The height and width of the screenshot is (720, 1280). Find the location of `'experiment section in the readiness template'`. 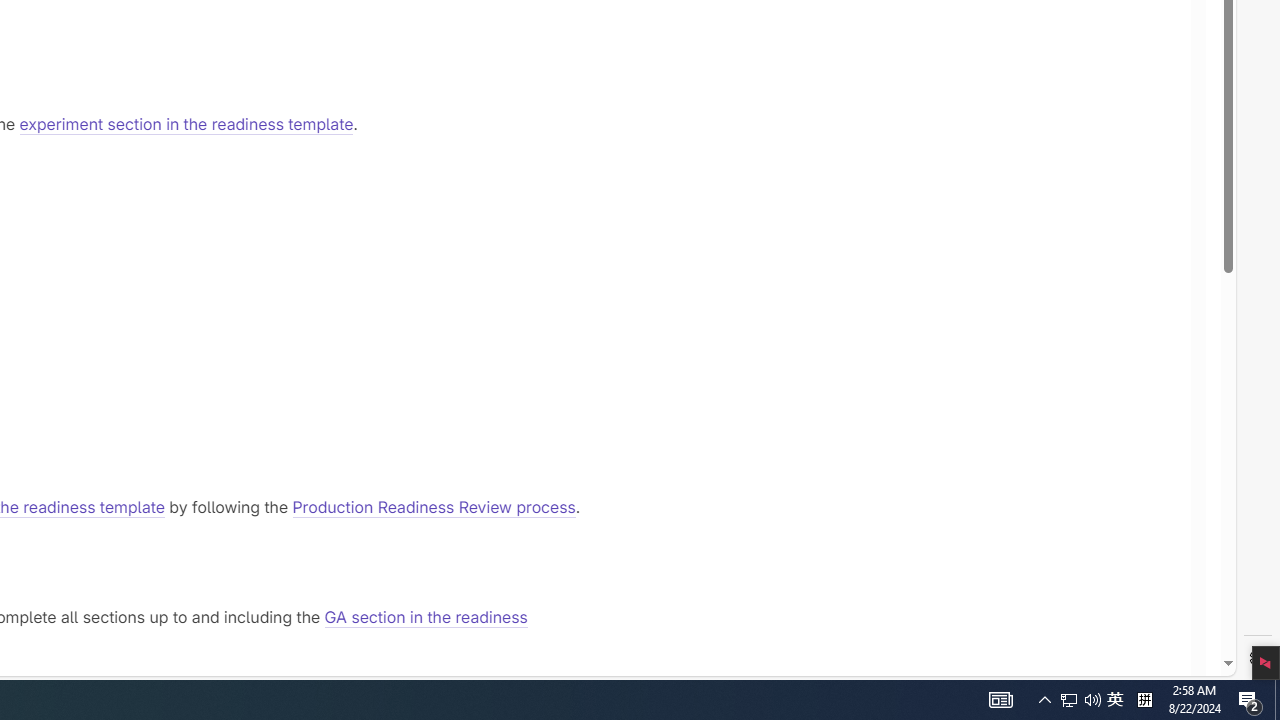

'experiment section in the readiness template' is located at coordinates (186, 124).